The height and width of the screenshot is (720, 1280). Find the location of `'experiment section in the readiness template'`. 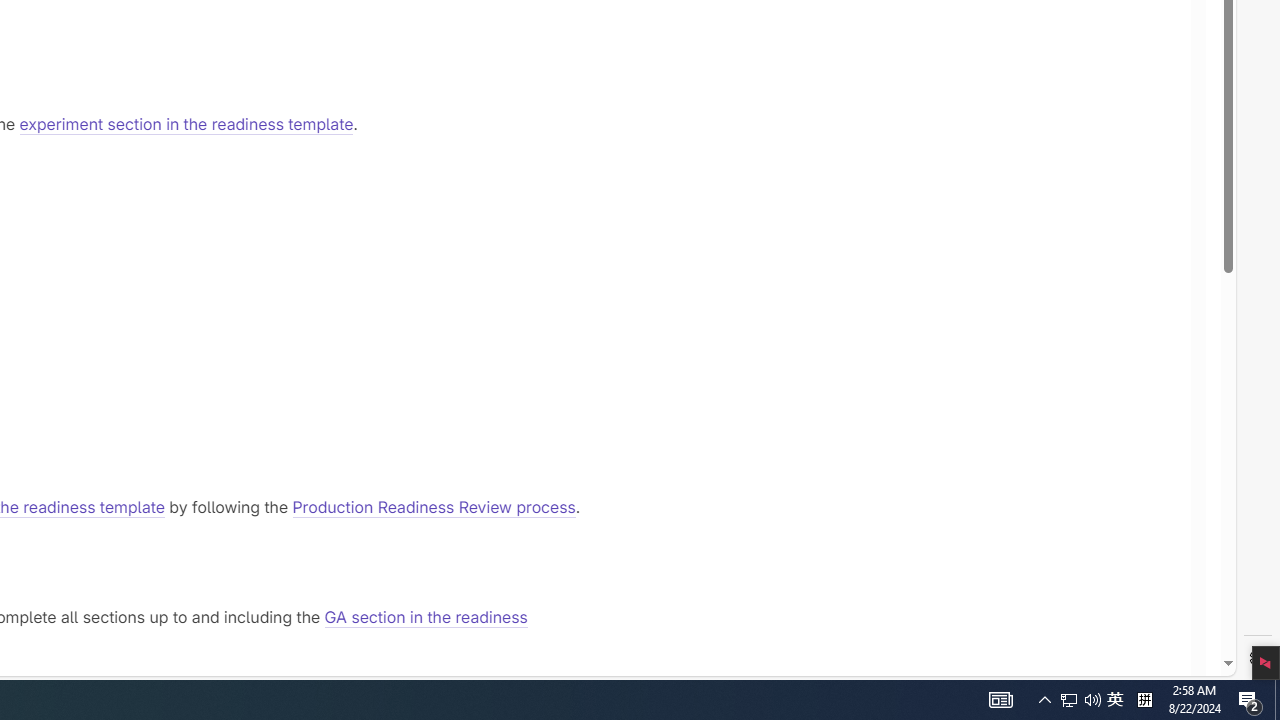

'experiment section in the readiness template' is located at coordinates (186, 124).